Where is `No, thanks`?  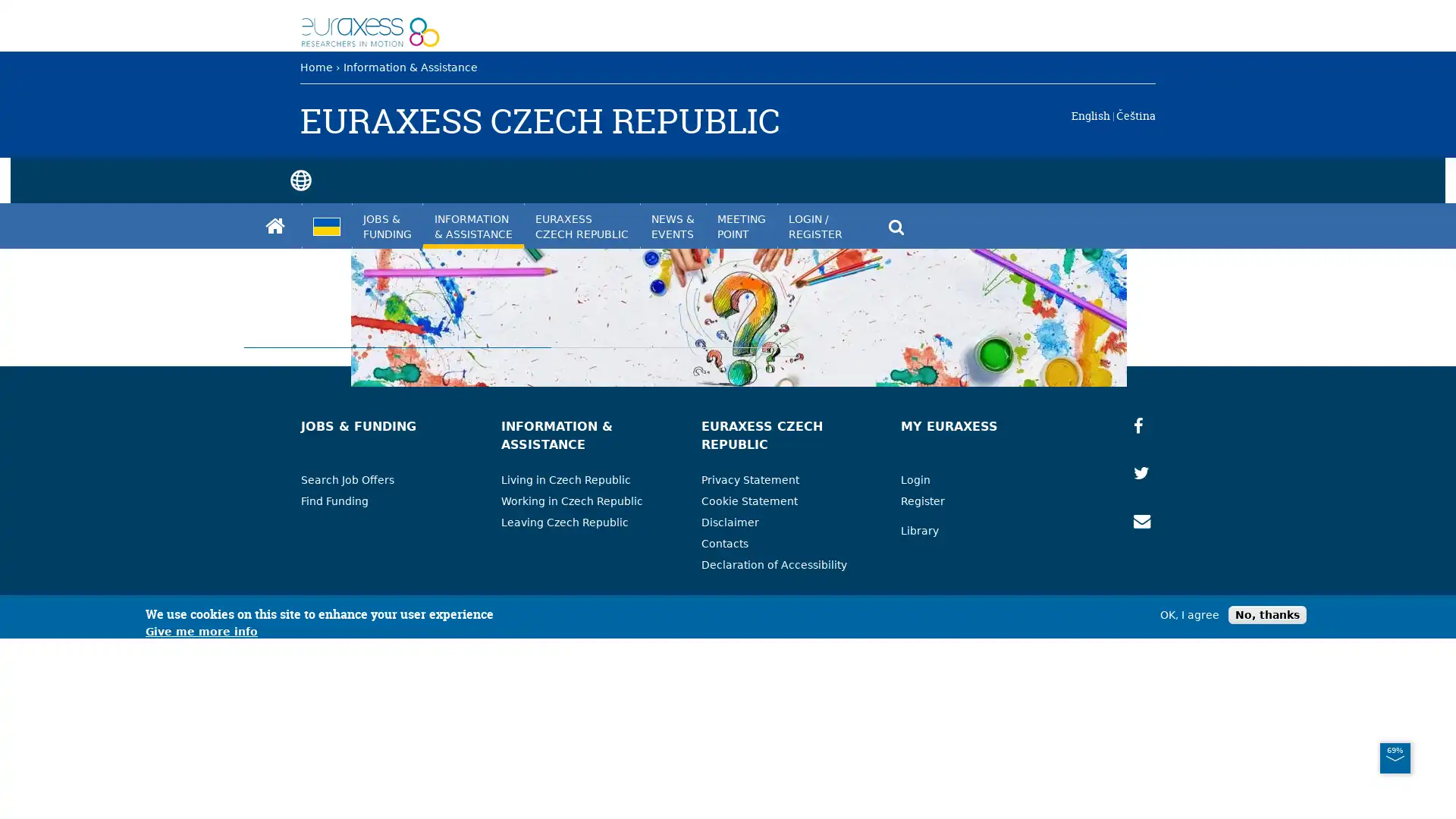 No, thanks is located at coordinates (1267, 794).